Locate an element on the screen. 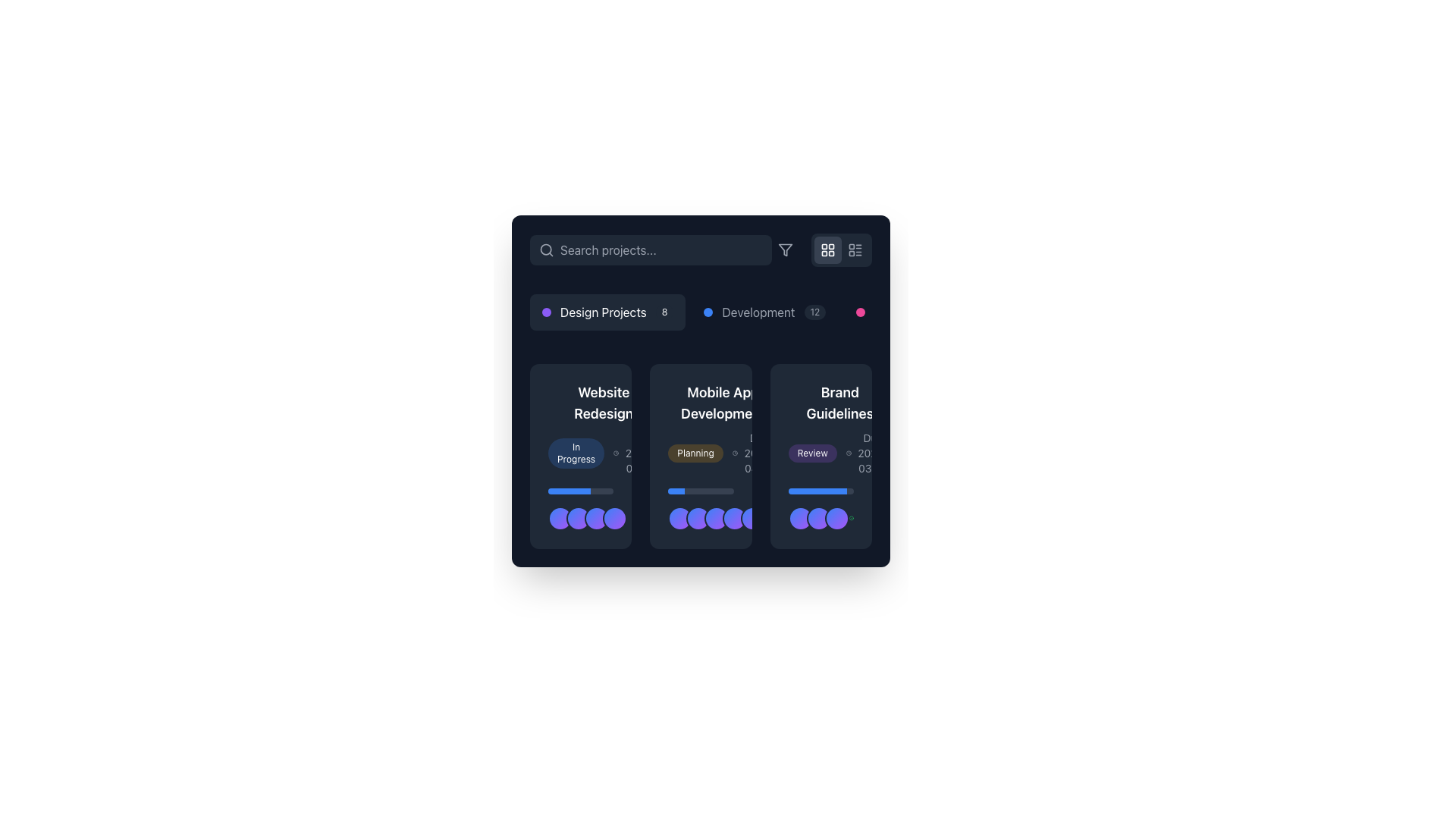 The image size is (1456, 819). the representation of the first circular graphical component in the horizontal sequence, which has a gradient from blue to purple and a gray outer border, located below the 'Mobile App Development' card is located at coordinates (679, 517).